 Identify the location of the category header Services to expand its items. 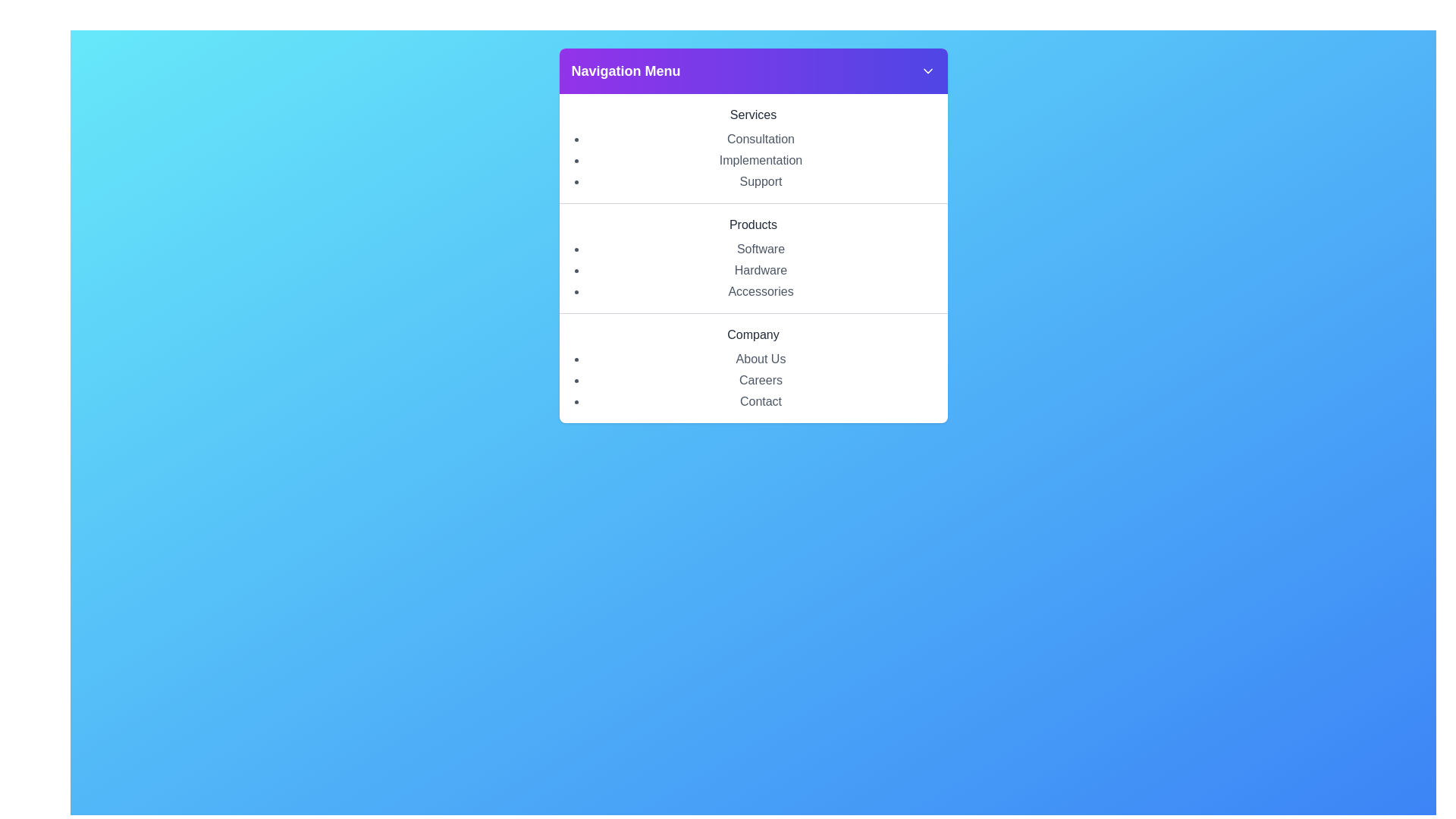
(753, 114).